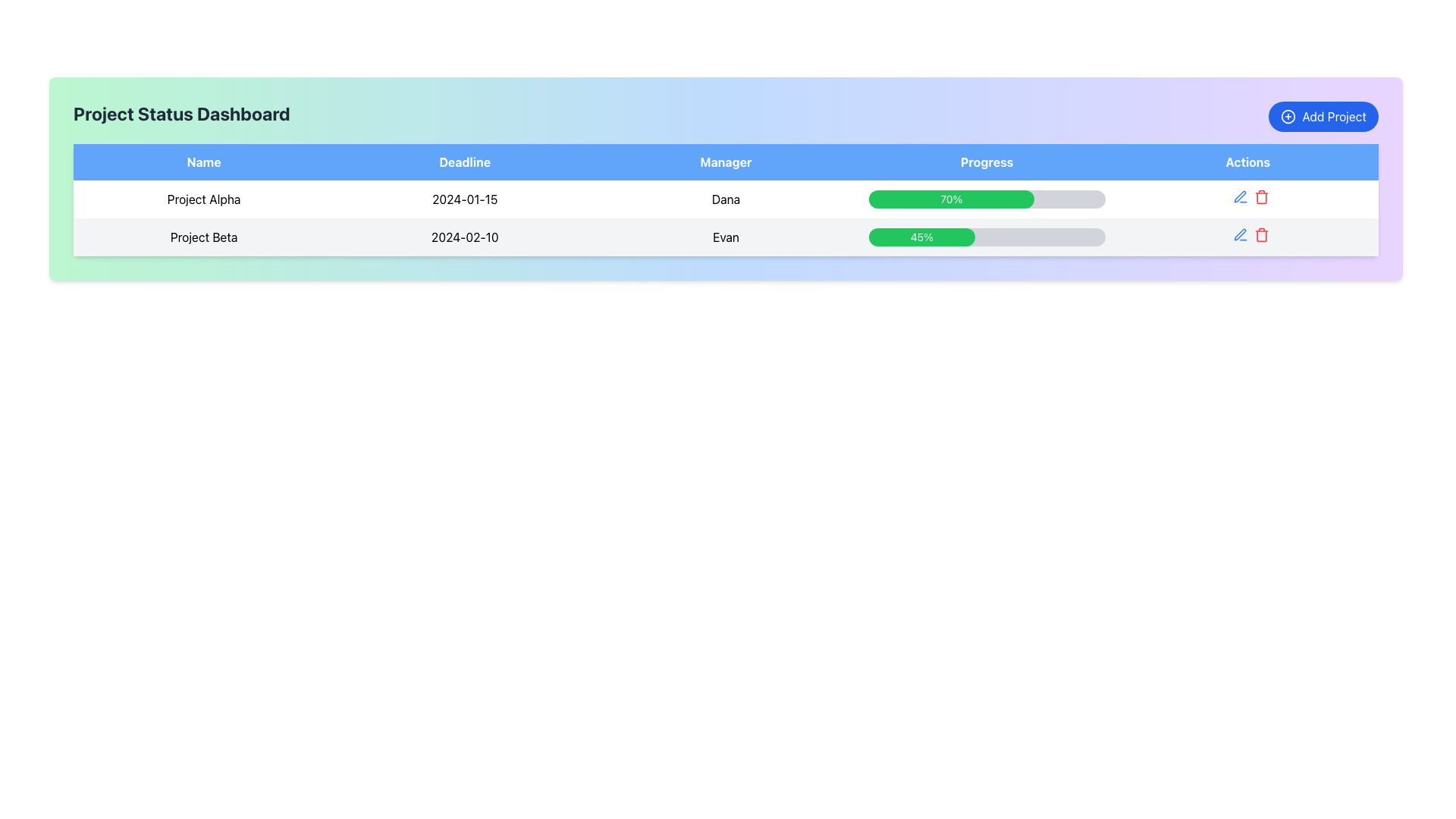 This screenshot has height=819, width=1456. Describe the element at coordinates (1240, 196) in the screenshot. I see `the edit icon button located in the 'Actions' column of the second row in the table to observe the styling change` at that location.